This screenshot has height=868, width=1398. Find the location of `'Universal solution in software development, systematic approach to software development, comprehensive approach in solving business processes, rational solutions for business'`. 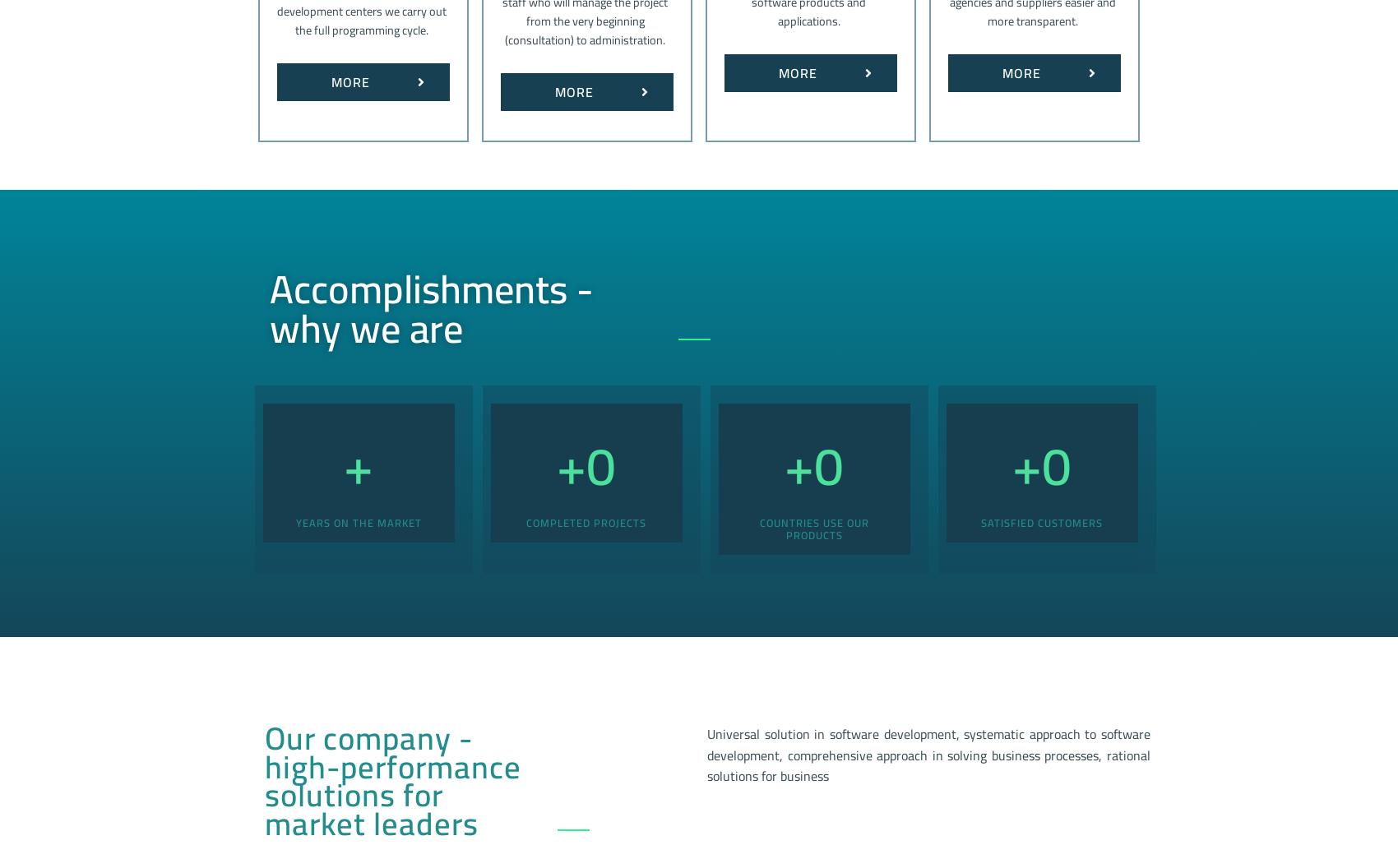

'Universal solution in software development, systematic approach to software development, comprehensive approach in solving business processes, rational solutions for business' is located at coordinates (928, 754).